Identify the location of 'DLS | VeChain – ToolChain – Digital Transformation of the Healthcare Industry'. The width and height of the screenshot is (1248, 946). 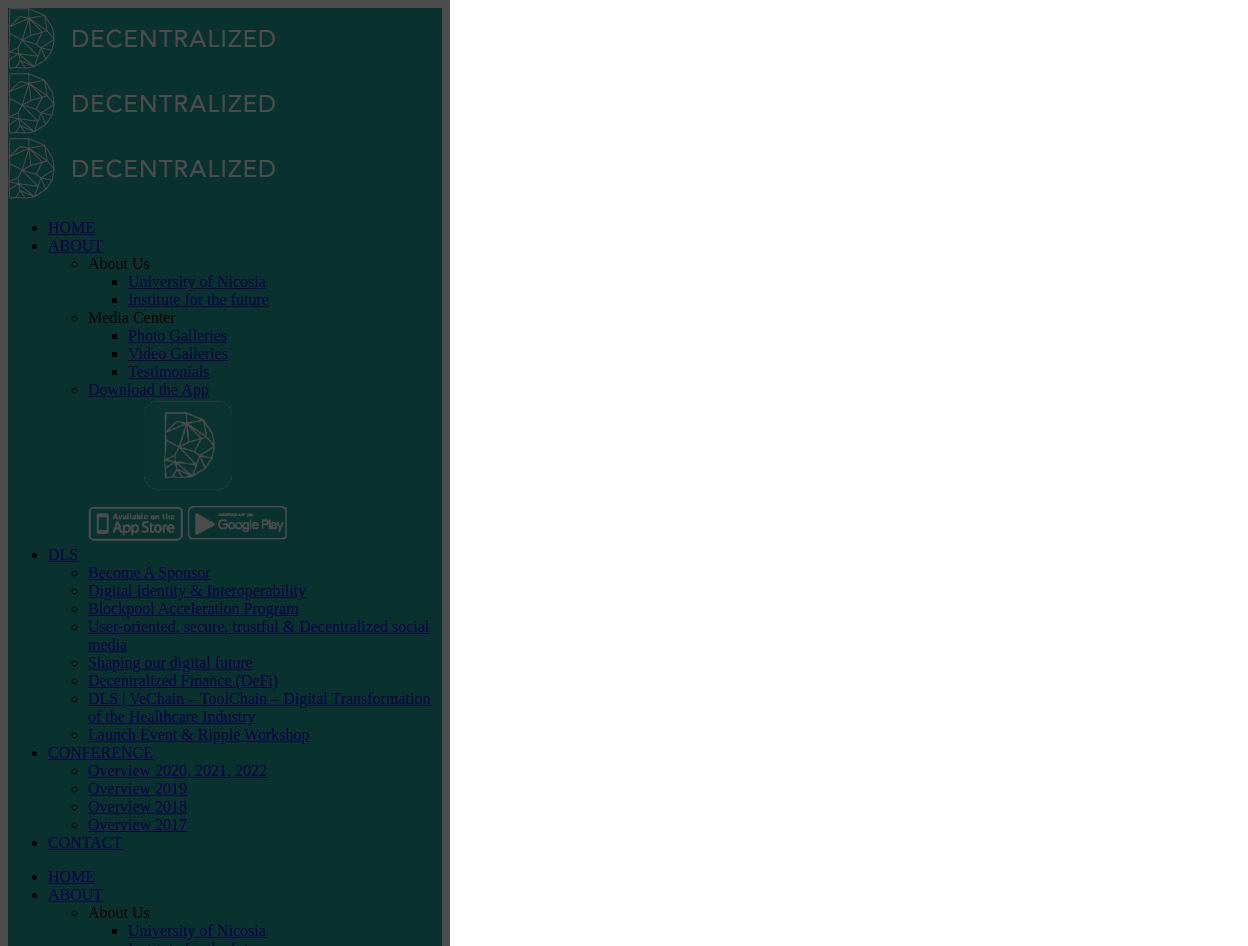
(258, 707).